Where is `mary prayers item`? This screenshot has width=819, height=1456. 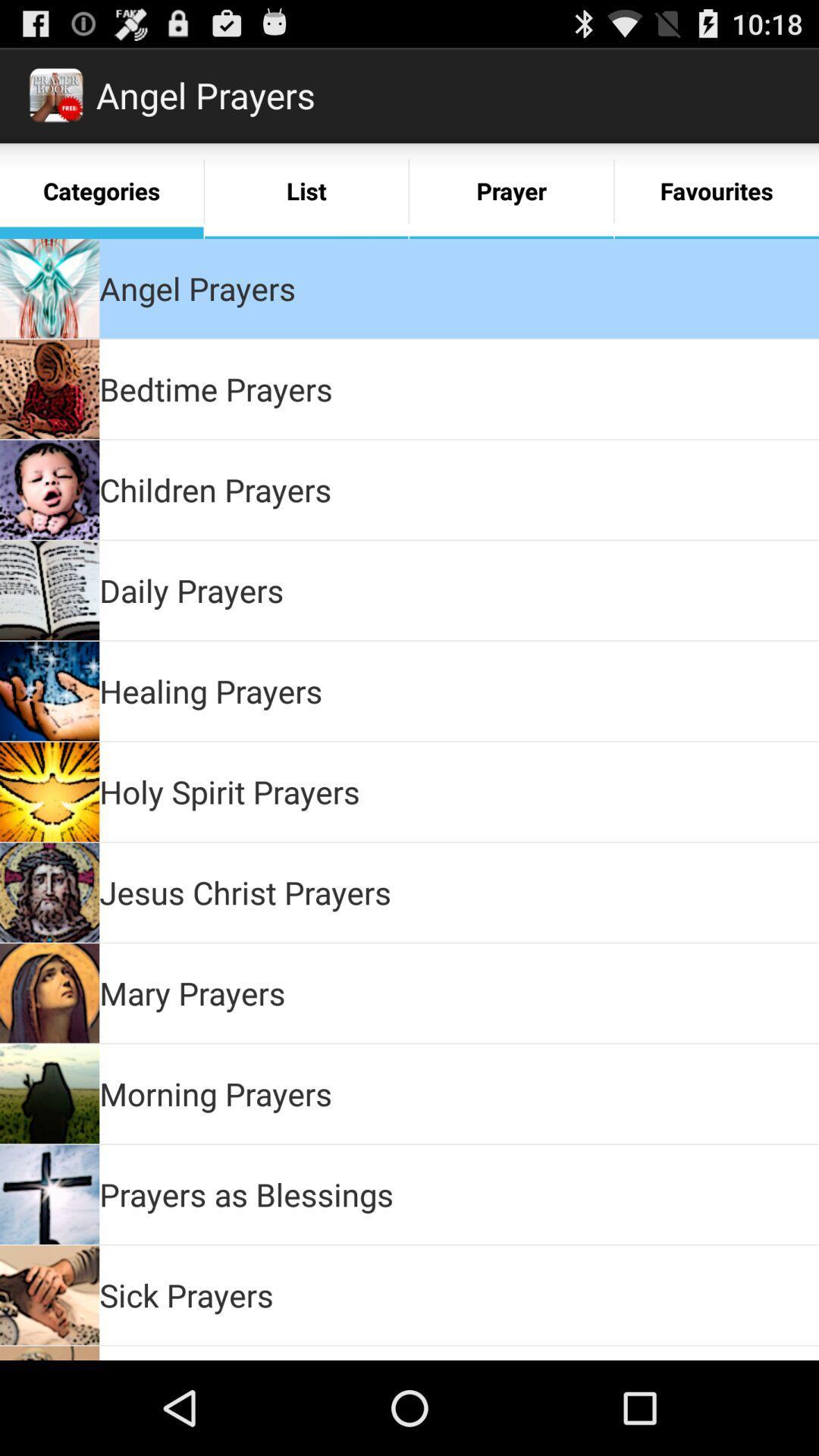 mary prayers item is located at coordinates (191, 993).